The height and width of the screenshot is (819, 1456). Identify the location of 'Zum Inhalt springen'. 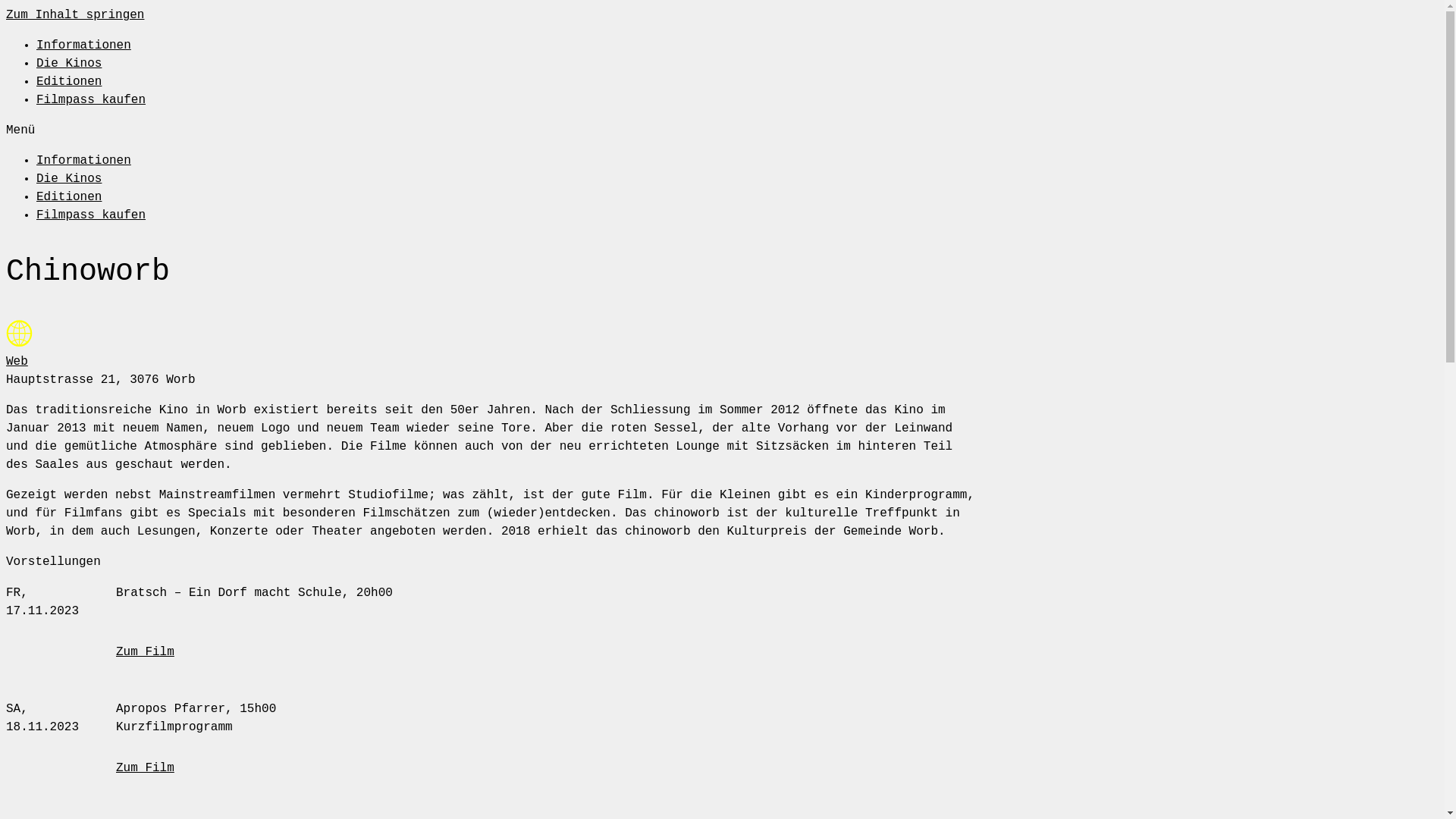
(74, 14).